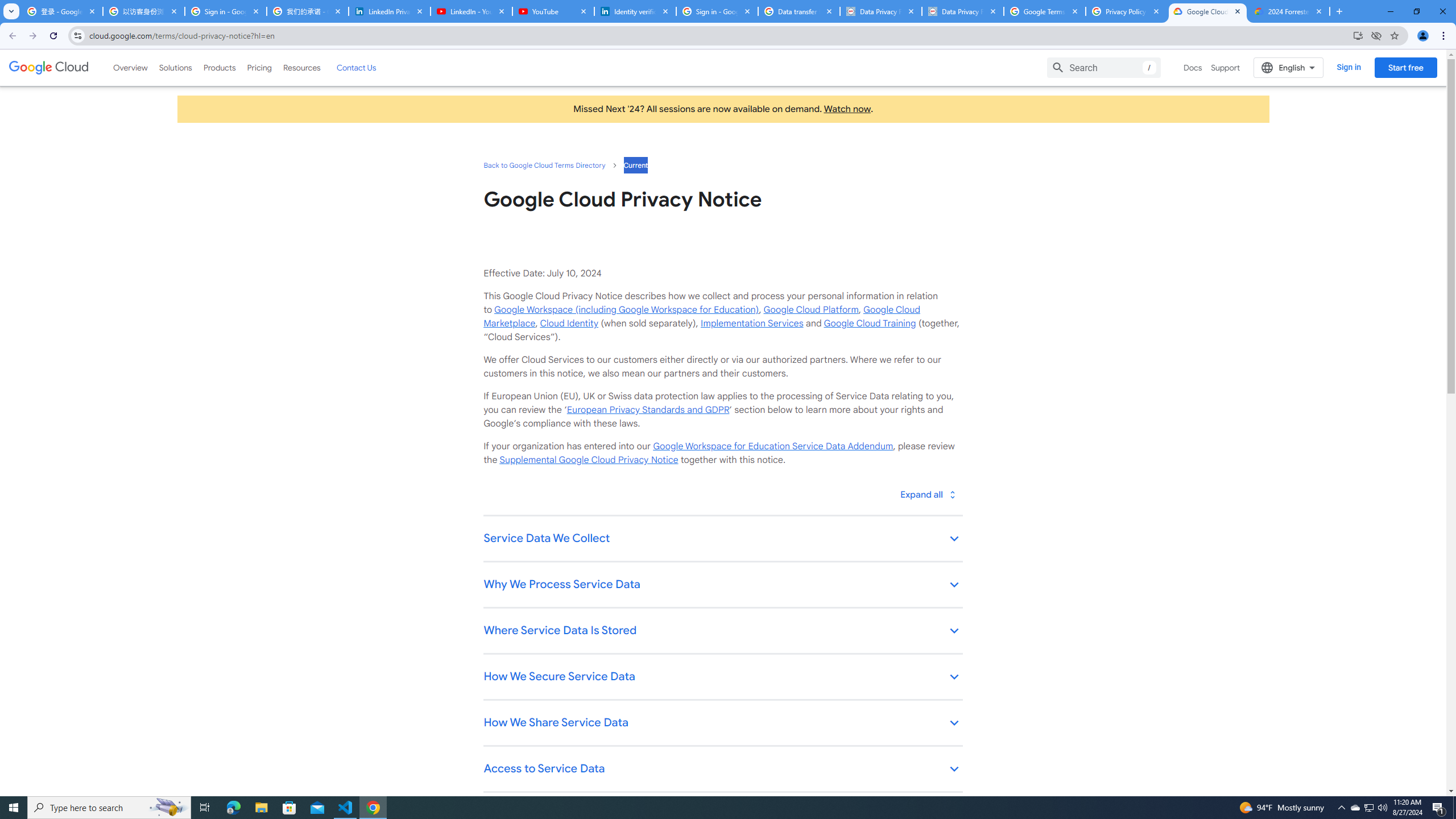 This screenshot has width=1456, height=819. What do you see at coordinates (301, 67) in the screenshot?
I see `'Resources'` at bounding box center [301, 67].